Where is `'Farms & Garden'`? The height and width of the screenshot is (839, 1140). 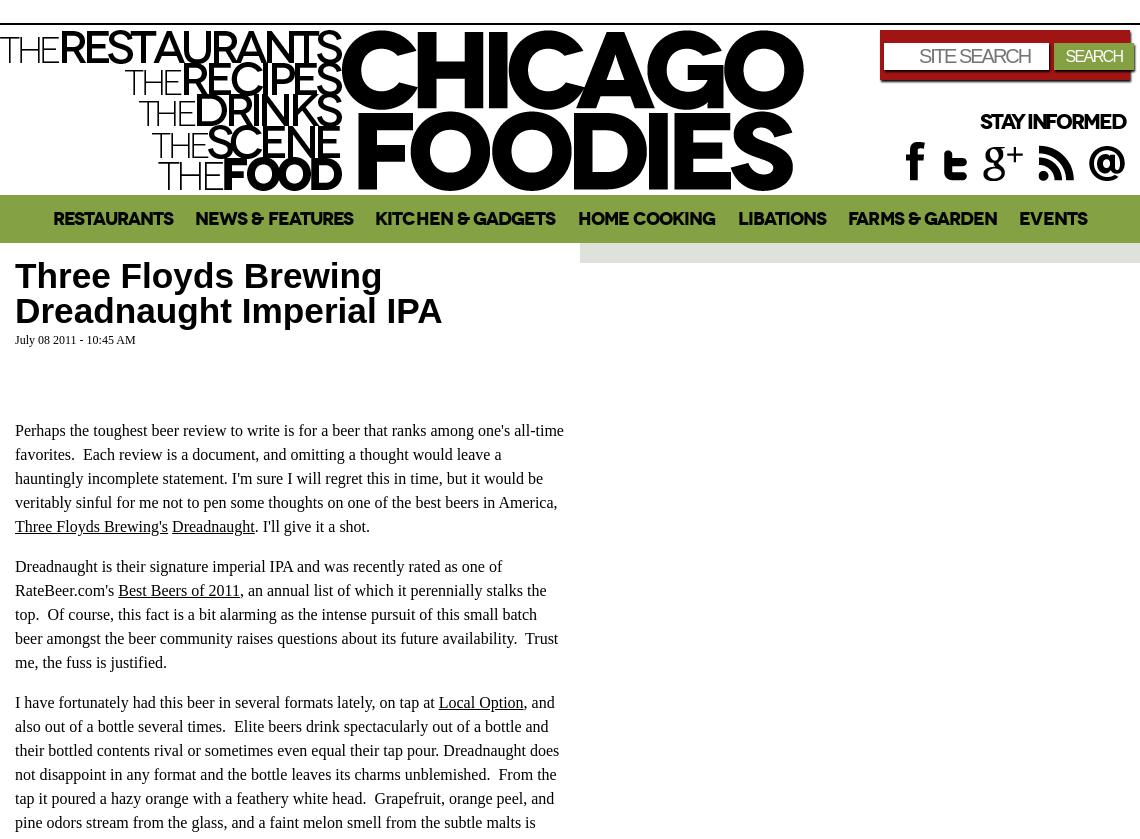
'Farms & Garden' is located at coordinates (922, 218).